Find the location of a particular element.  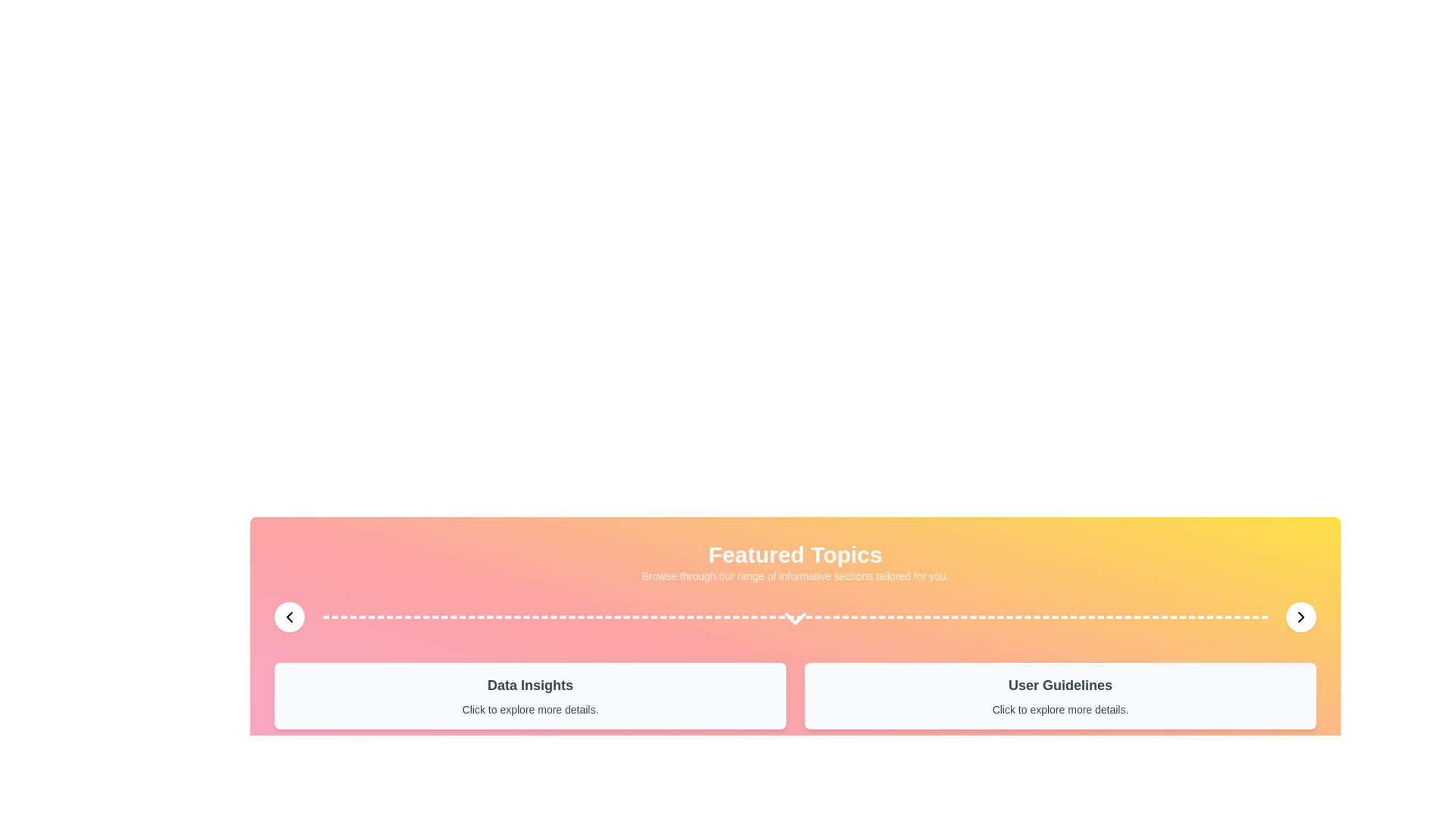

the backward navigation button located at the far left of the horizontal bar is located at coordinates (290, 617).